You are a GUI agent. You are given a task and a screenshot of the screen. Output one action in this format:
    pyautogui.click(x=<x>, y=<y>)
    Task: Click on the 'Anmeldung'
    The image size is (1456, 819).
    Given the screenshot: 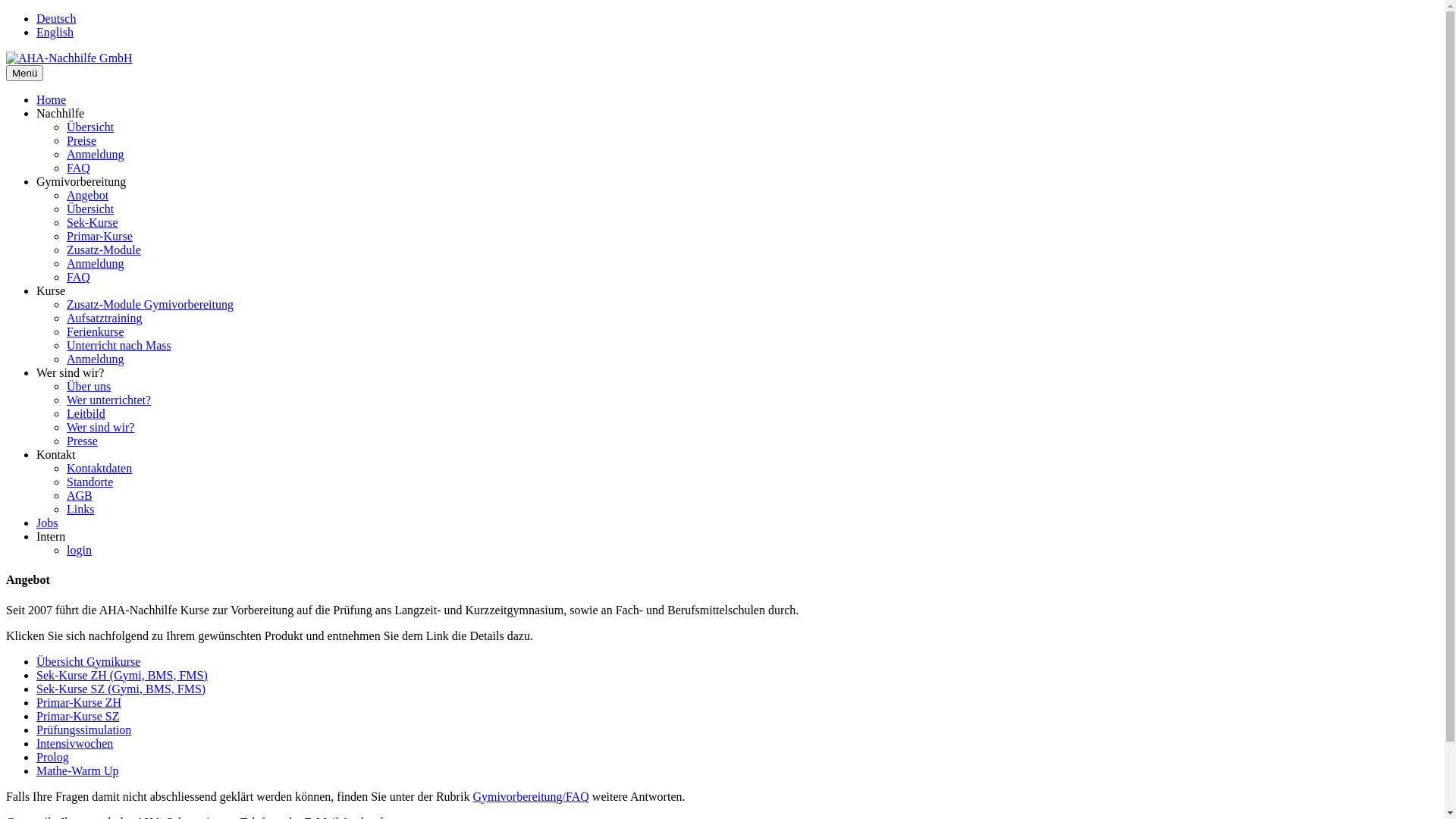 What is the action you would take?
    pyautogui.click(x=94, y=262)
    